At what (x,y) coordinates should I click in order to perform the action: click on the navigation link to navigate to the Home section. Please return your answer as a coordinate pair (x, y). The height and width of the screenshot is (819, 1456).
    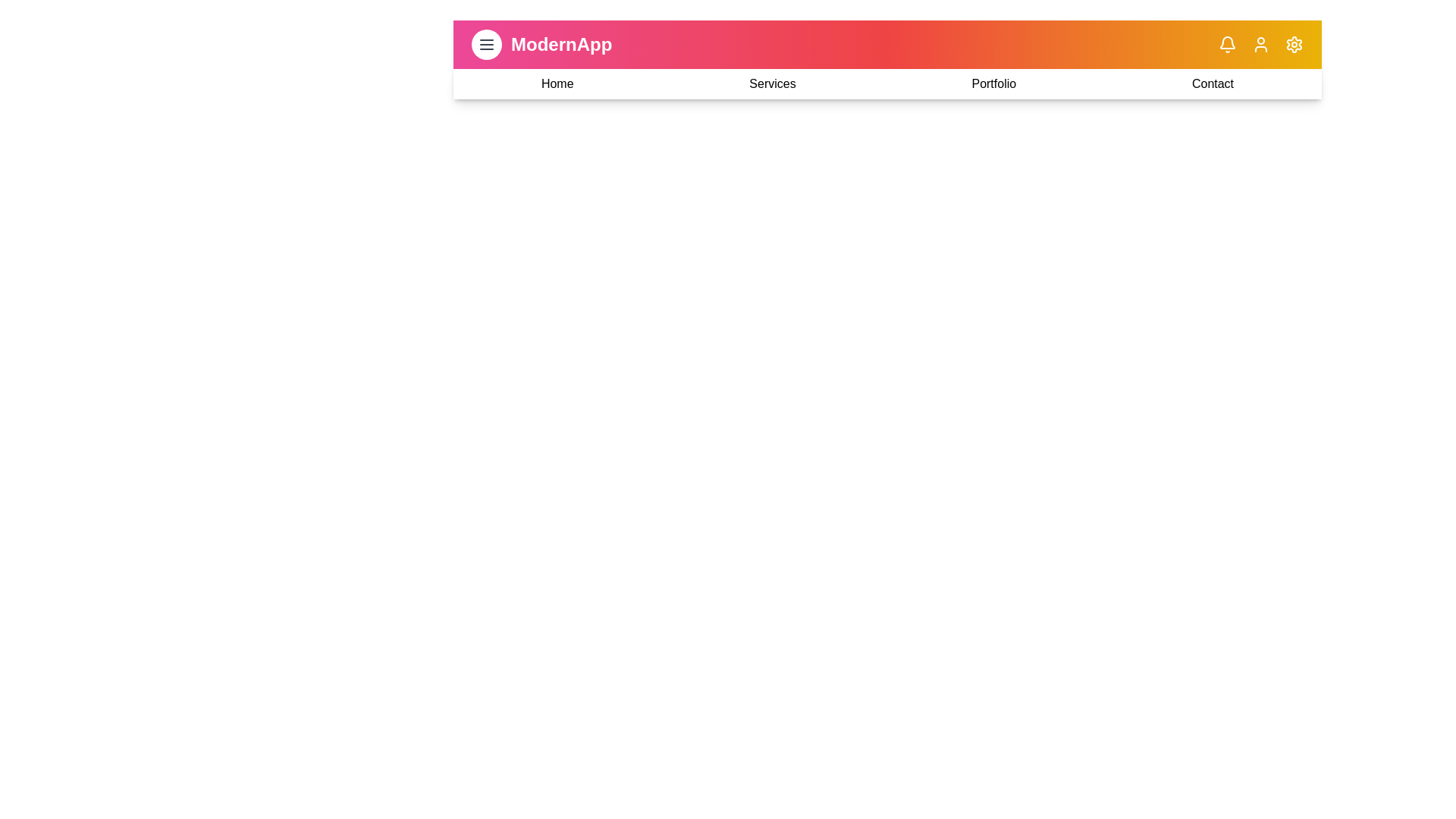
    Looking at the image, I should click on (556, 84).